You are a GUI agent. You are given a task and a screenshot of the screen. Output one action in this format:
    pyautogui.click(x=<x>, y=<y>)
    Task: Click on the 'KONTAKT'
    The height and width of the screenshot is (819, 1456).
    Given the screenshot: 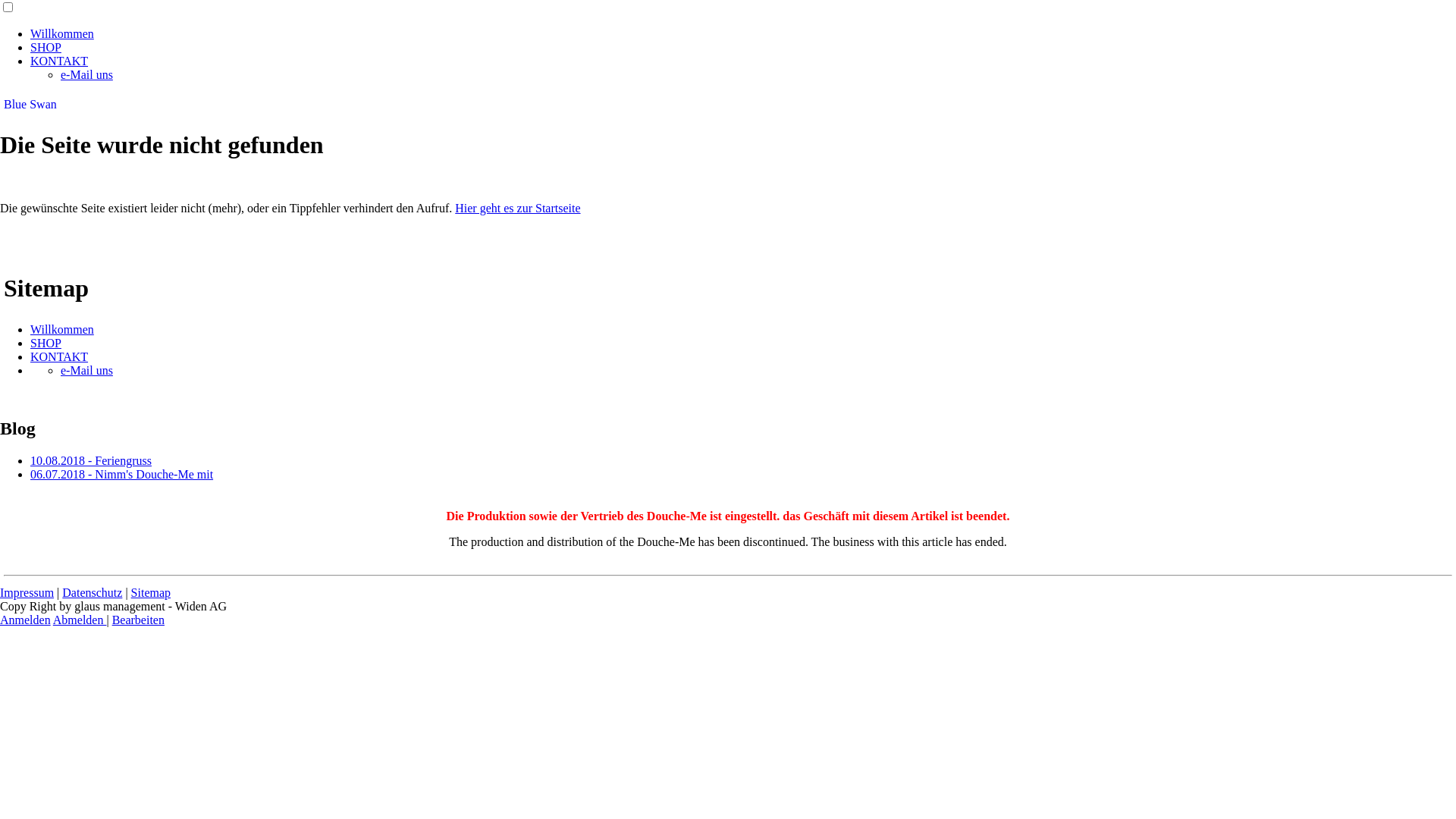 What is the action you would take?
    pyautogui.click(x=58, y=60)
    